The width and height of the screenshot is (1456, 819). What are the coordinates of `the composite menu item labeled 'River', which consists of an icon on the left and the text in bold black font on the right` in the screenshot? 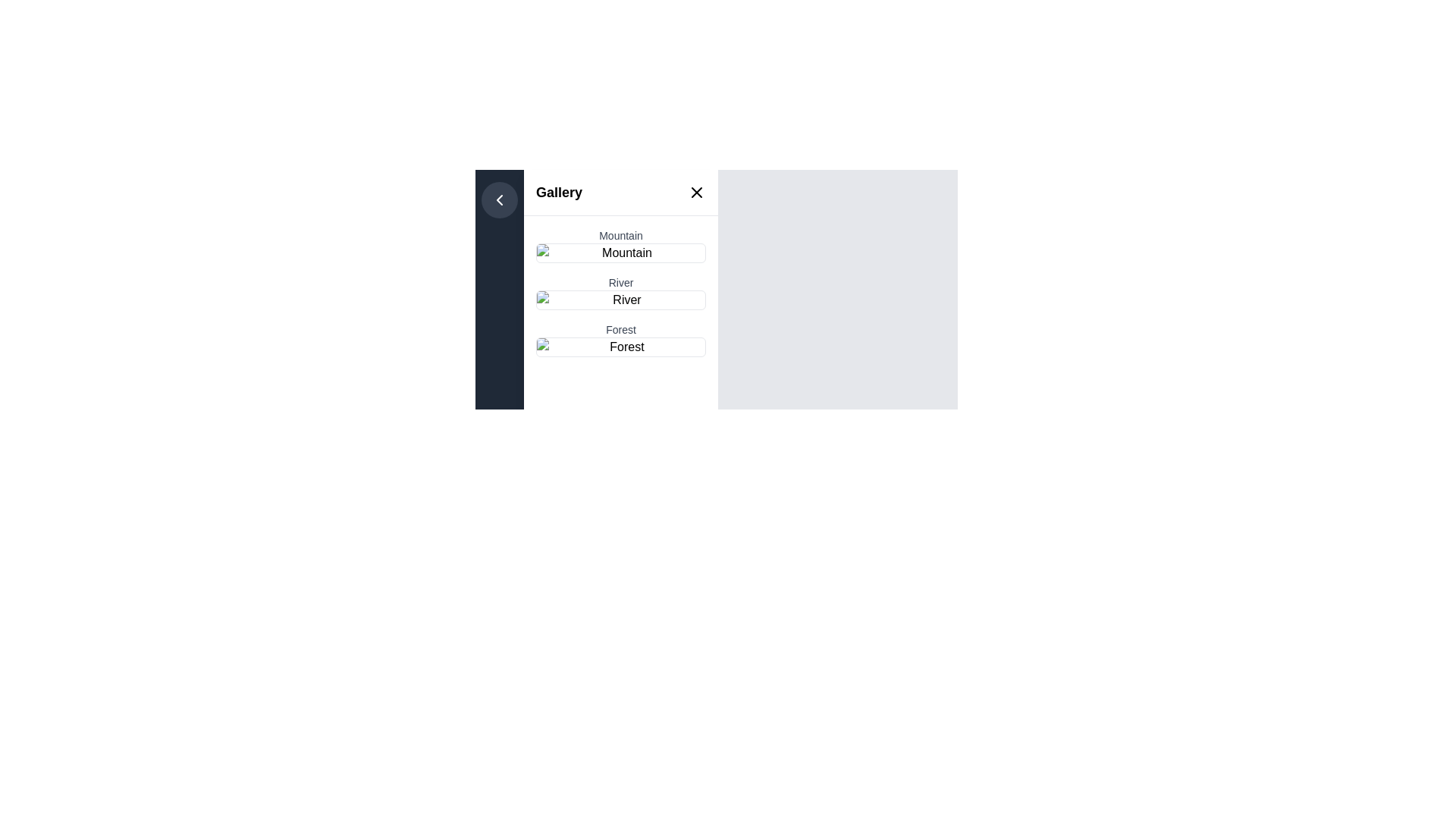 It's located at (621, 292).